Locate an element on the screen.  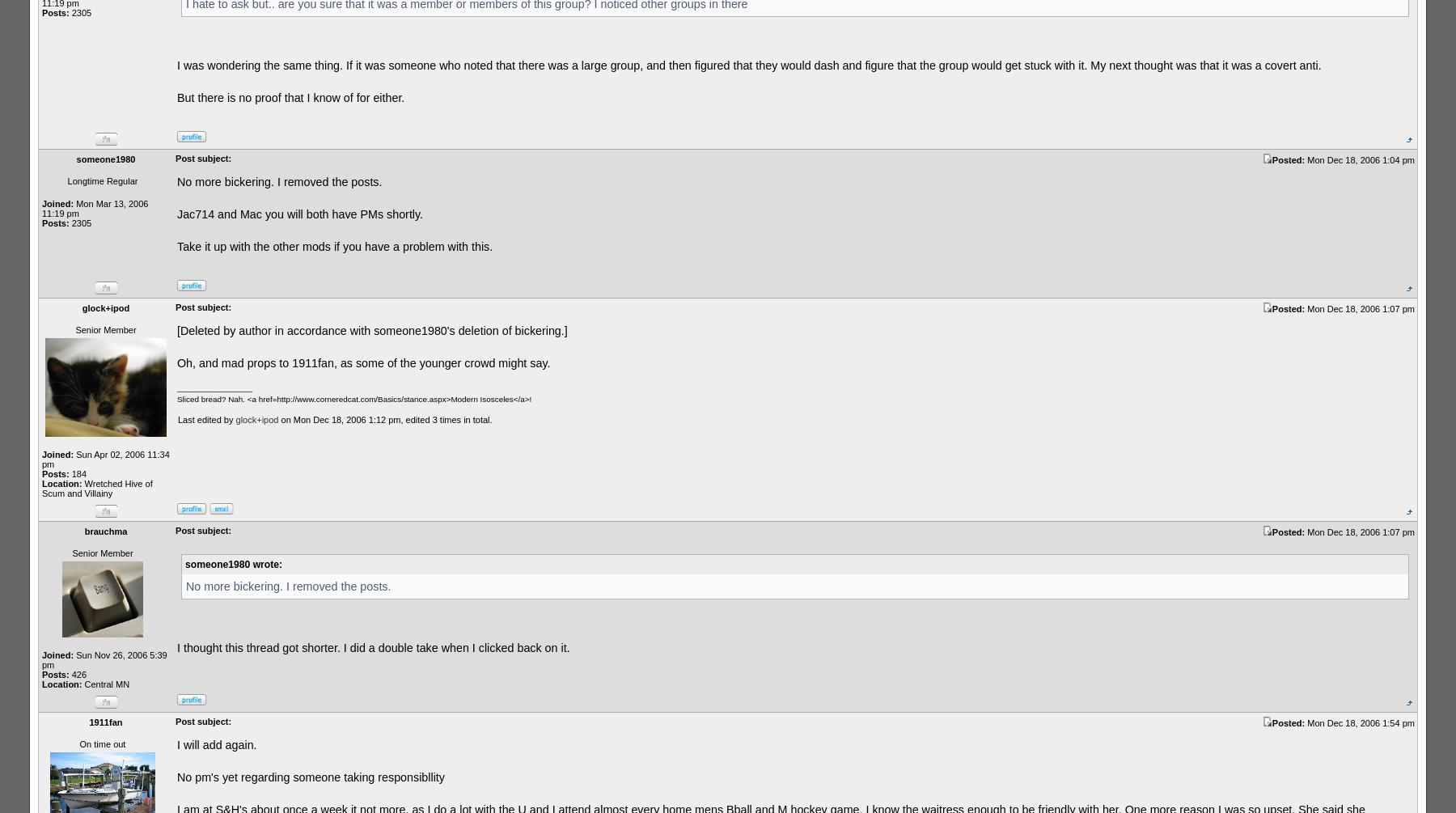
'Wretched Hive of Scum and Villainy' is located at coordinates (41, 487).